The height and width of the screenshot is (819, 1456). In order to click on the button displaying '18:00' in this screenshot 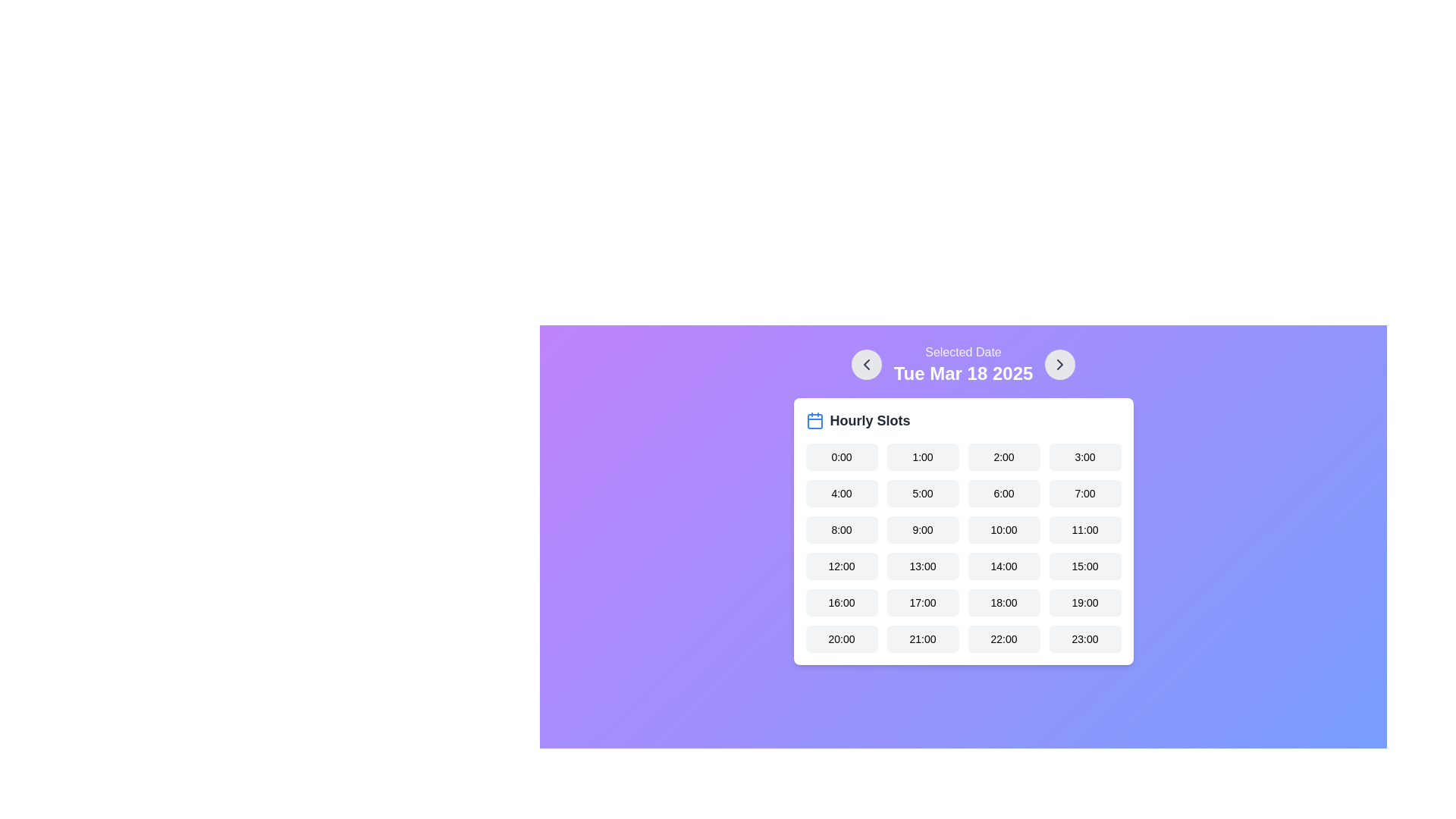, I will do `click(1004, 601)`.